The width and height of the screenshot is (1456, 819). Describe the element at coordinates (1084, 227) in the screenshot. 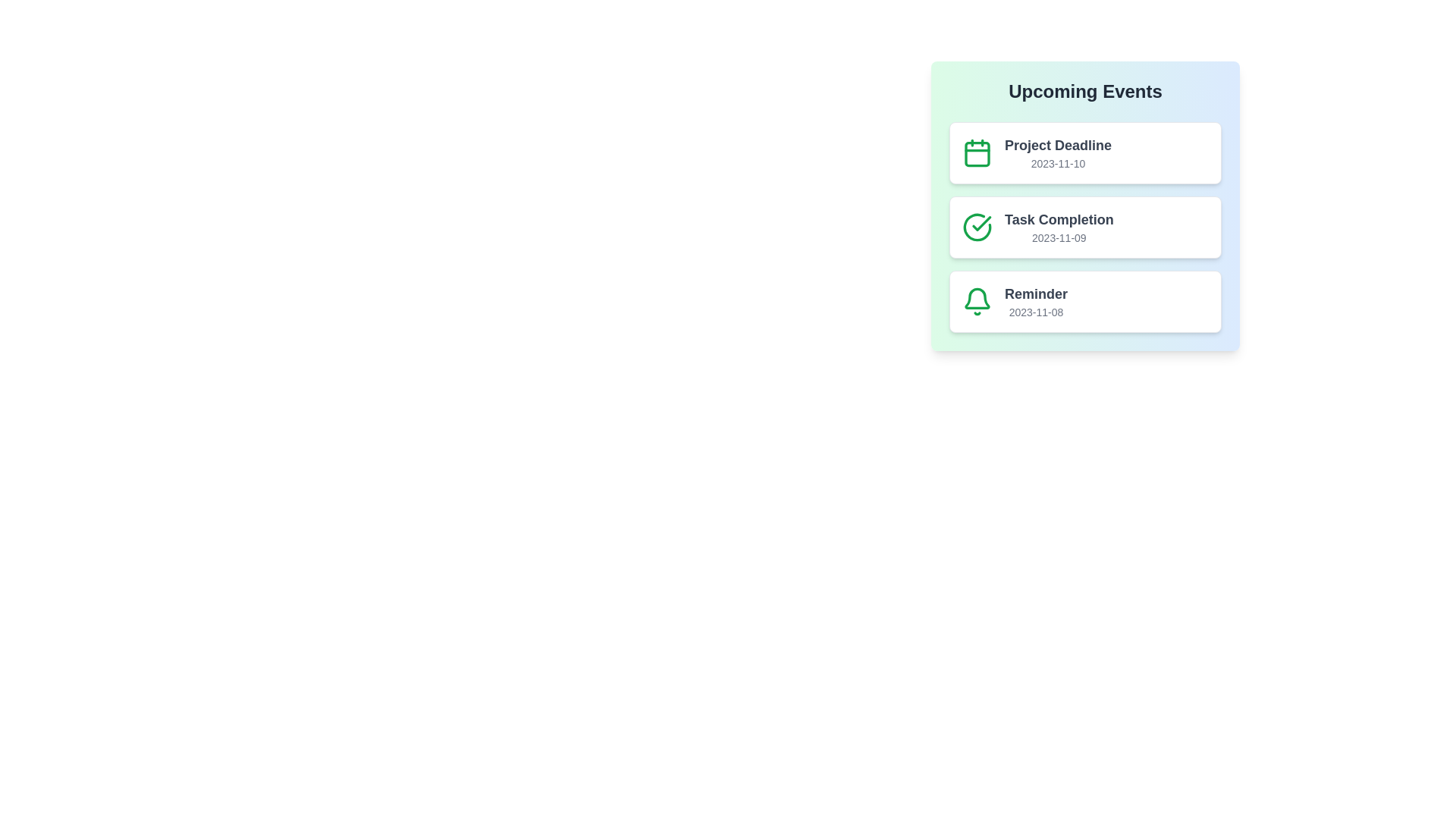

I see `the list item corresponding to Task Completion to observe its hover effect` at that location.